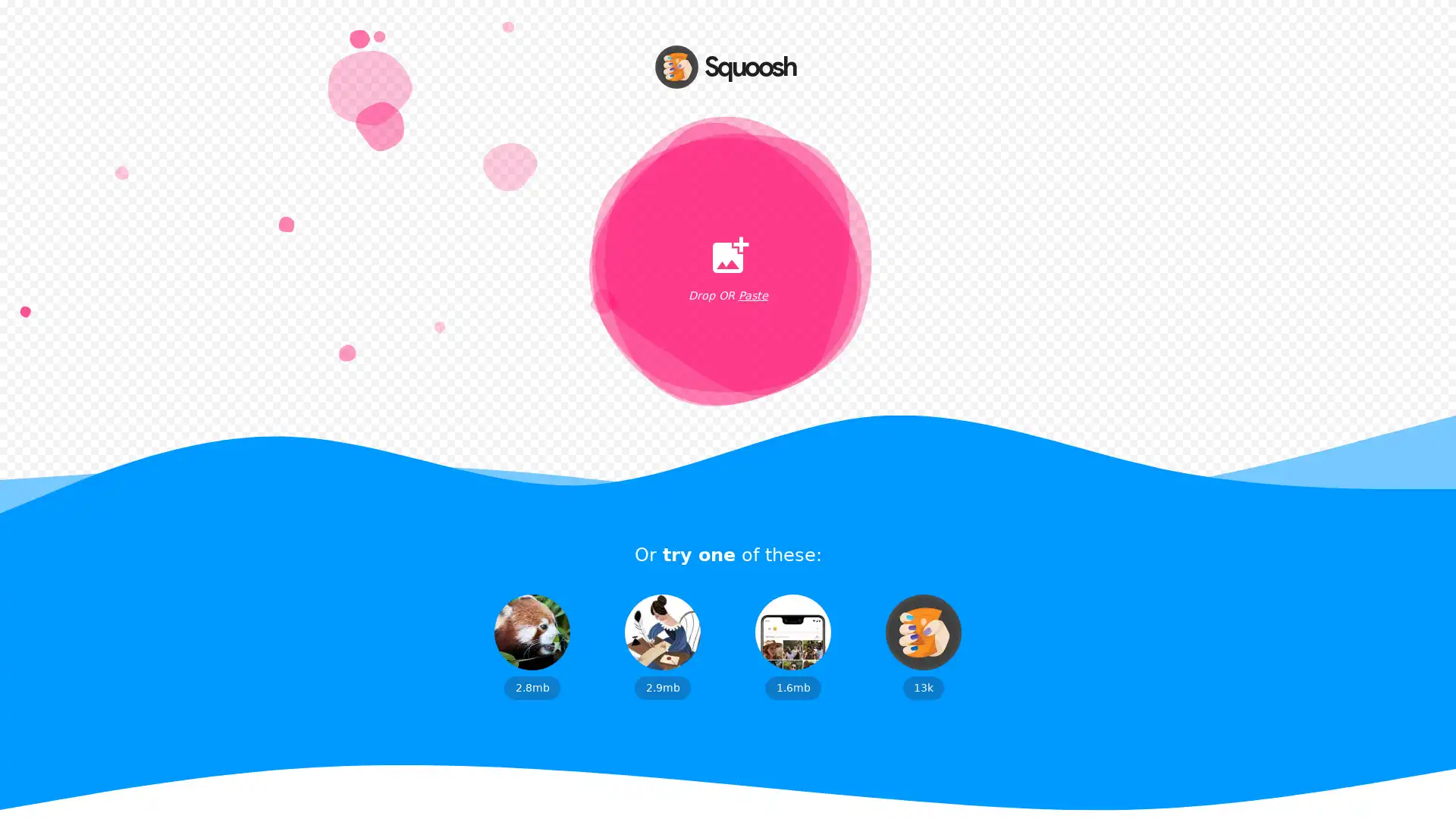 The height and width of the screenshot is (819, 1456). I want to click on Paste, so click(752, 296).